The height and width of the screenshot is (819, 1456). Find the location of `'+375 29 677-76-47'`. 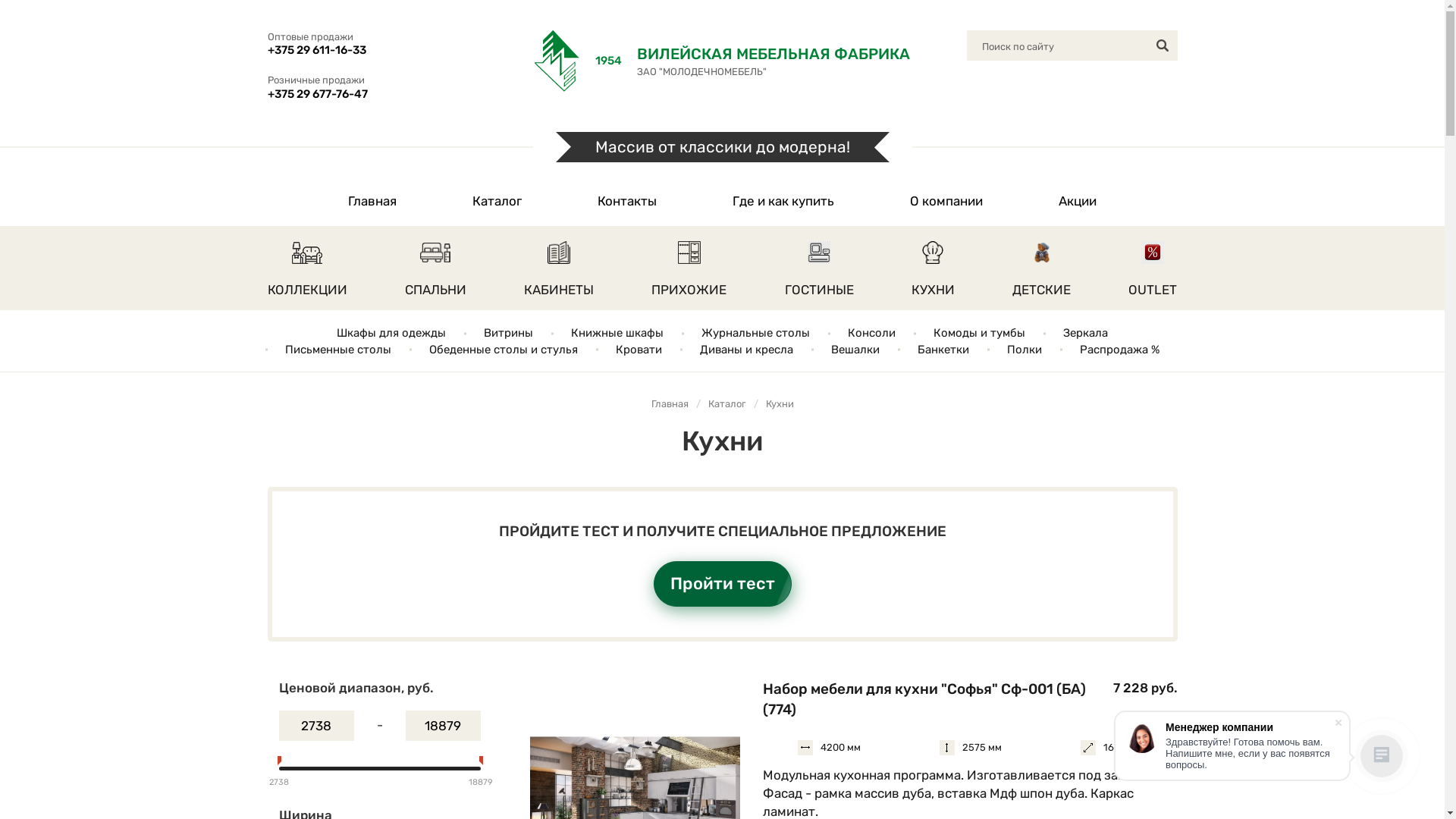

'+375 29 677-76-47' is located at coordinates (372, 93).